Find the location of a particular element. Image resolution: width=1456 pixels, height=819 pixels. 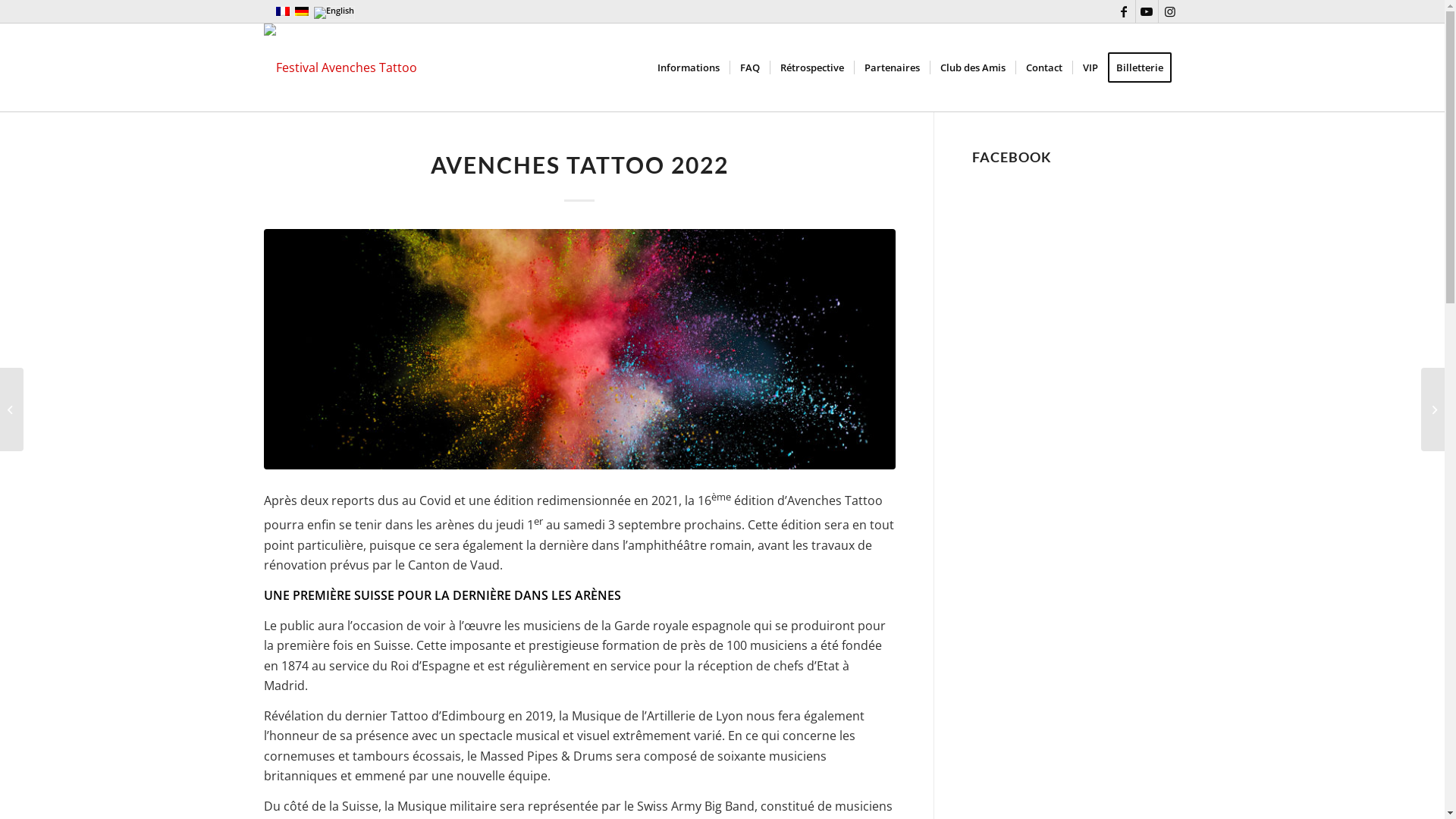

'Contact' is located at coordinates (1042, 66).